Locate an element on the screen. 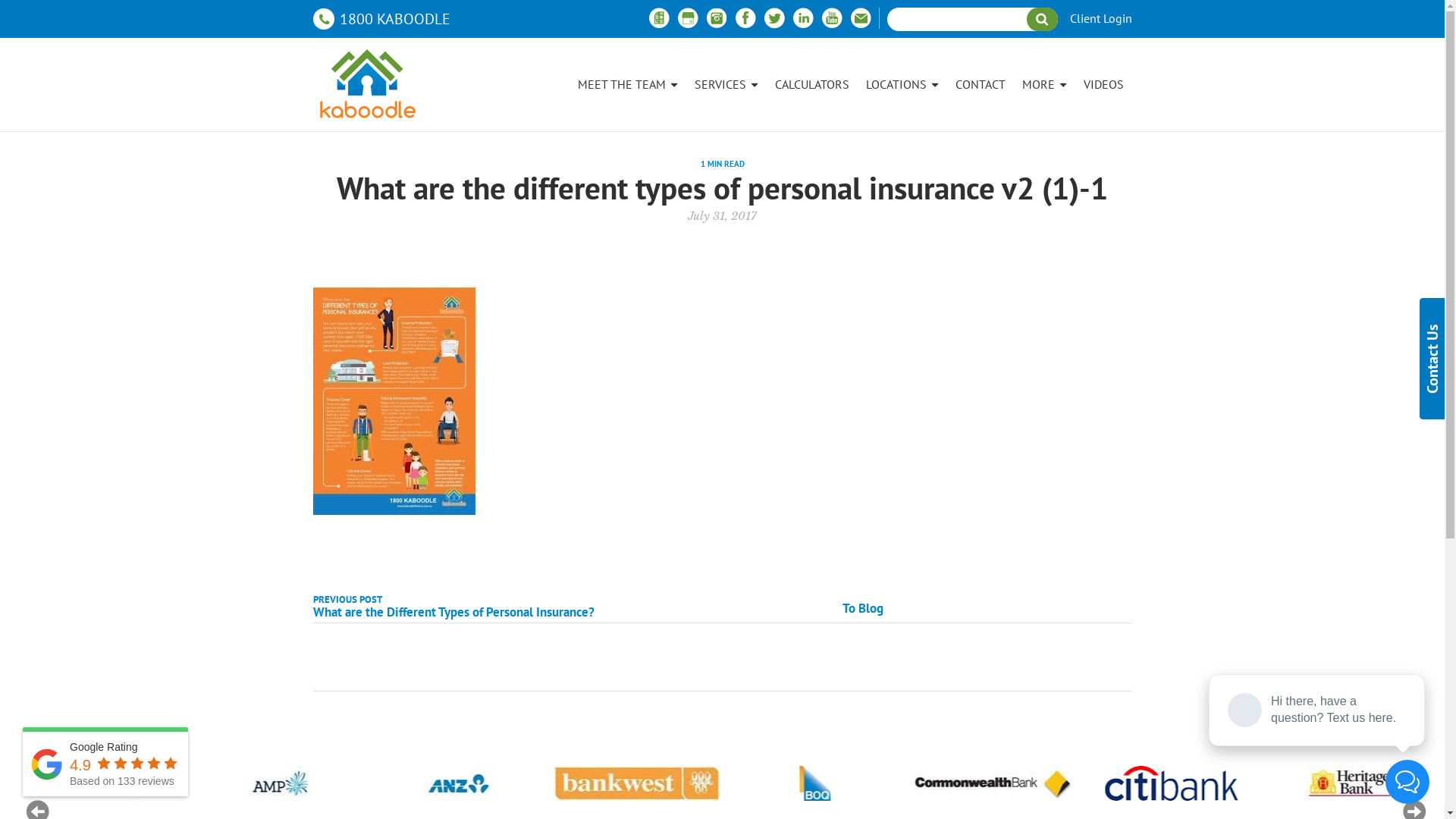 The image size is (1456, 819). 'CONTACT' is located at coordinates (979, 84).